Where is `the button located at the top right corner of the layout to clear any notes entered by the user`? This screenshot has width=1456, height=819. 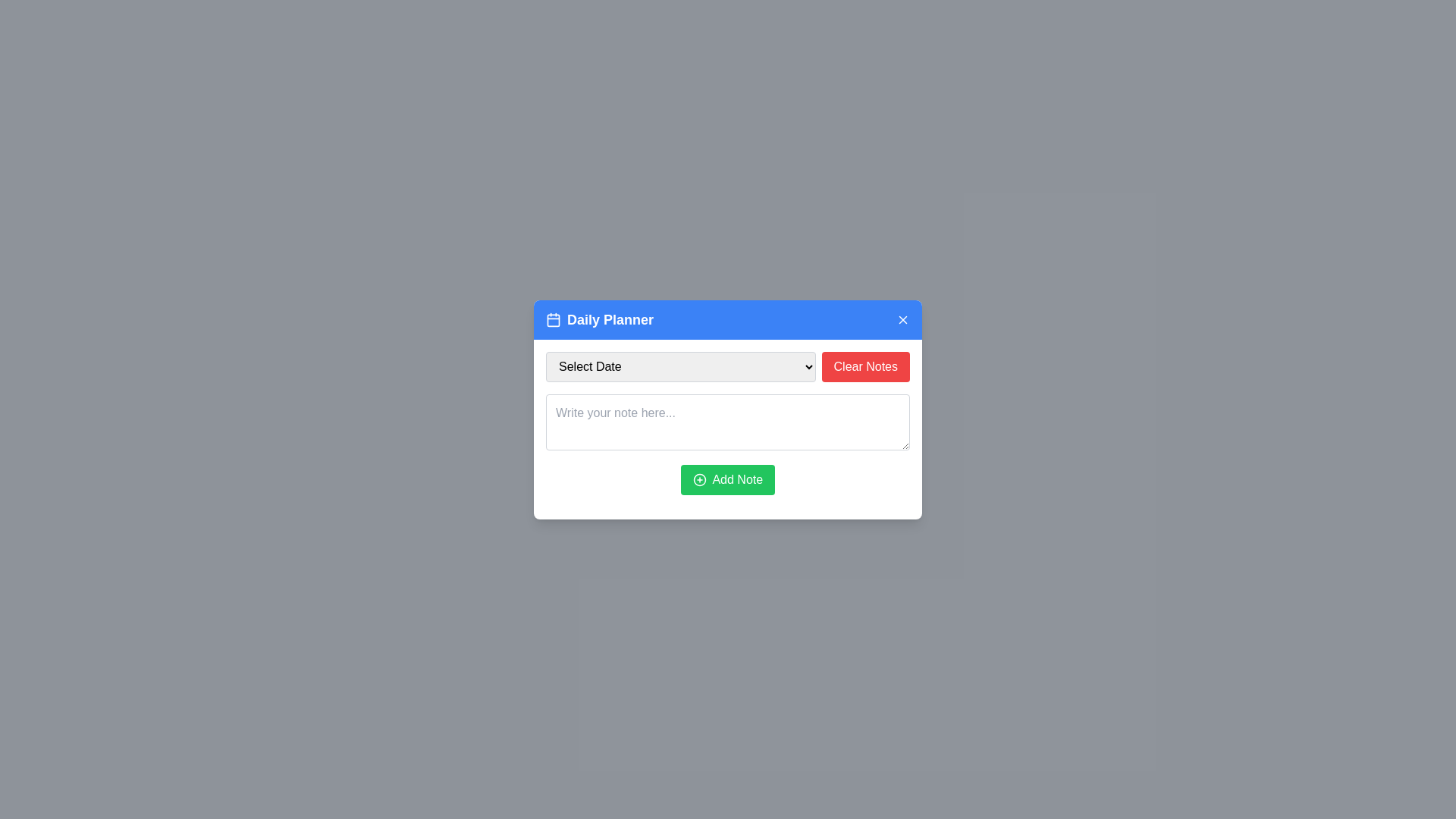
the button located at the top right corner of the layout to clear any notes entered by the user is located at coordinates (865, 366).